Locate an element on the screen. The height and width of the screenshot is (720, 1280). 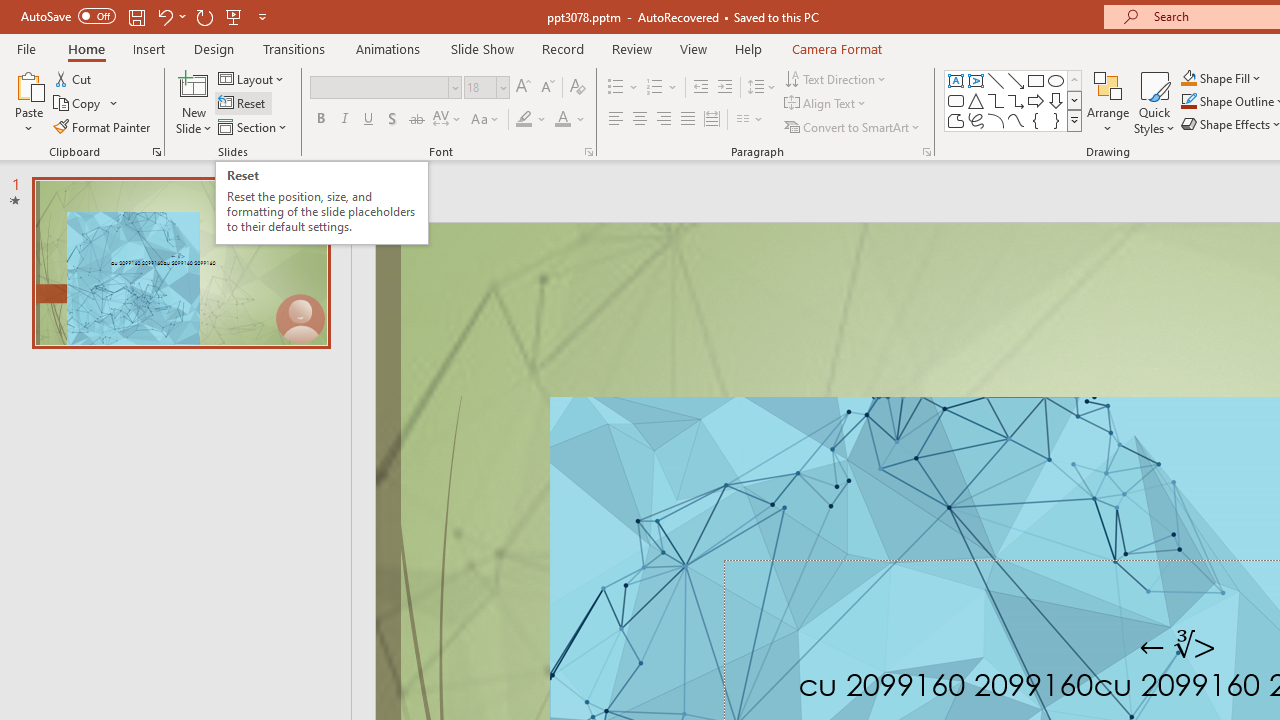
'Columns' is located at coordinates (749, 119).